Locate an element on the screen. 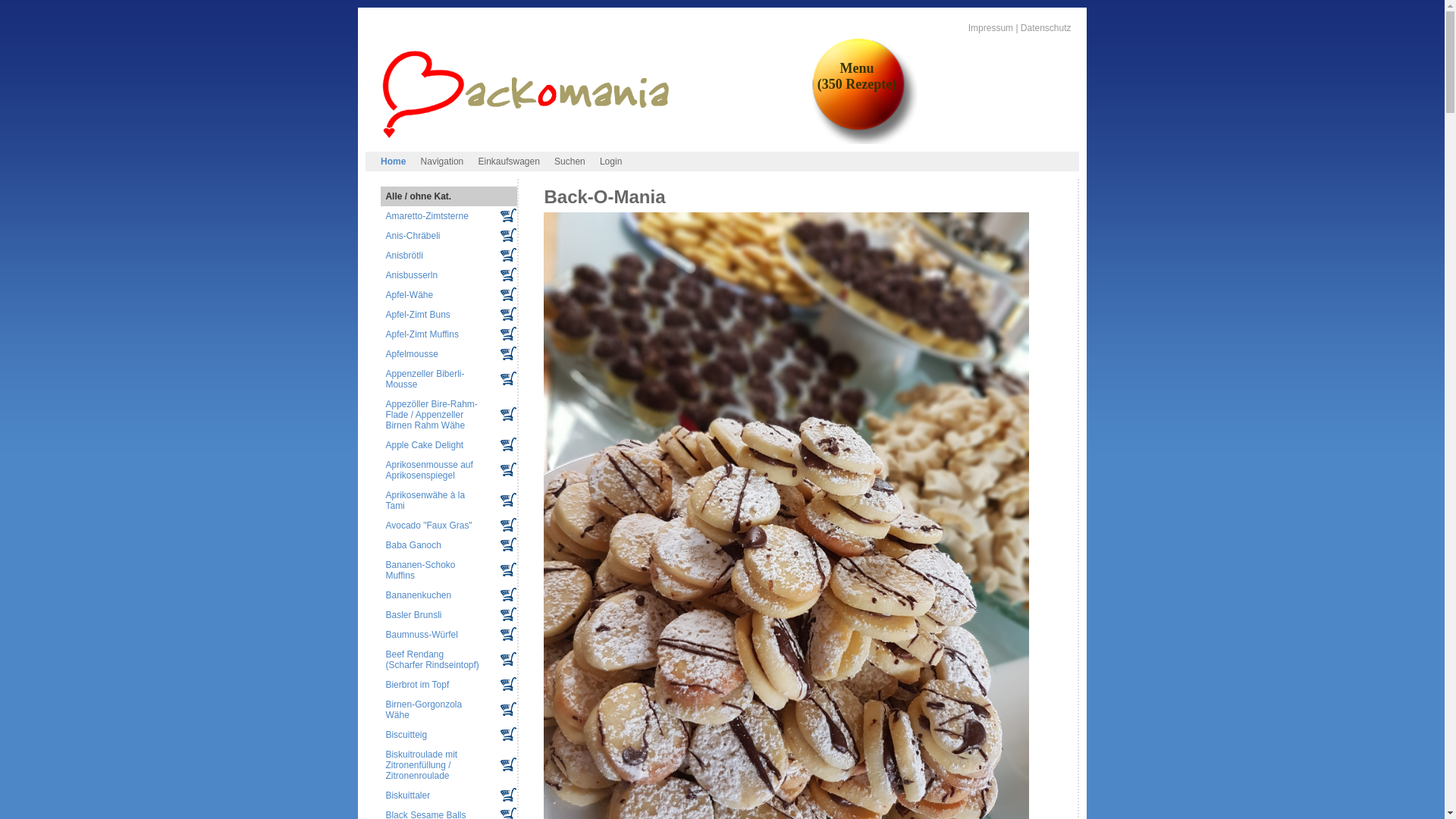 This screenshot has width=1456, height=819. 'Amaretto-Zimtsterne' is located at coordinates (425, 216).